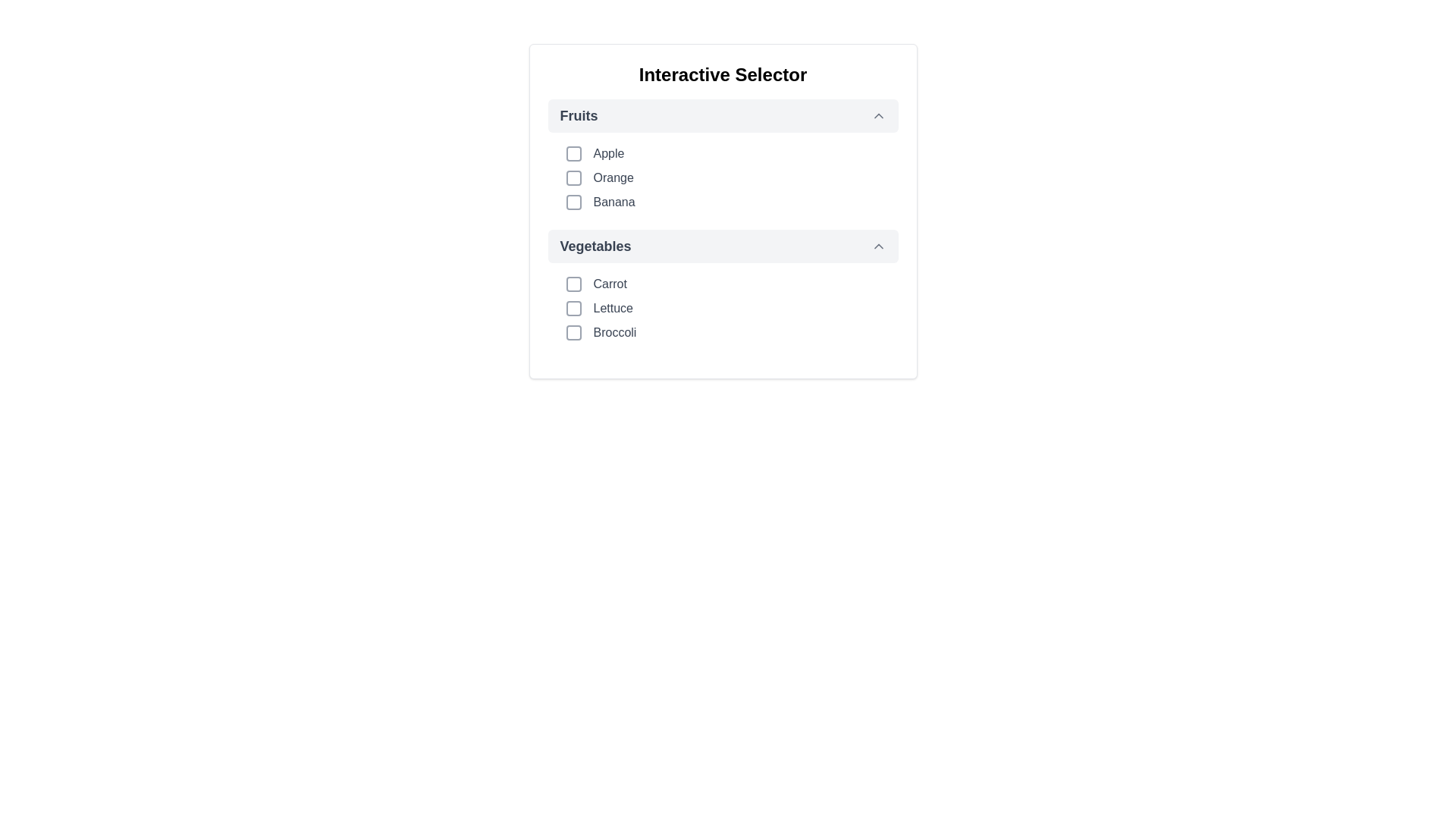 This screenshot has width=1456, height=819. I want to click on the third checkbox in the 'Vegetables' group, located to the left of the 'Broccoli' label, so click(573, 332).